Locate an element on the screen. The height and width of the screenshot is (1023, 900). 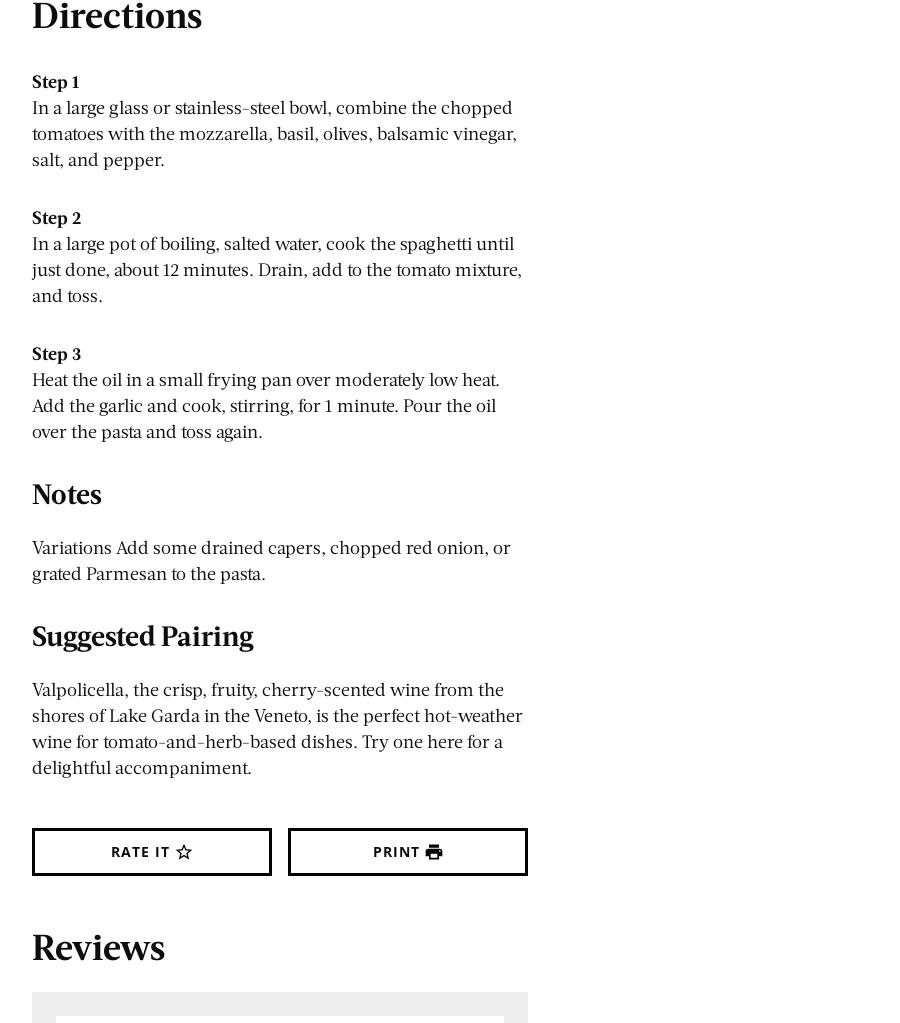
'Valpolicella, the crisp, fruity, cherry-scented wine from the shores of Lake Garda in the Veneto, is the perfect hot-weather wine for tomato-and-herb-based dishes. Try one here for a delightful accompaniment.' is located at coordinates (276, 727).